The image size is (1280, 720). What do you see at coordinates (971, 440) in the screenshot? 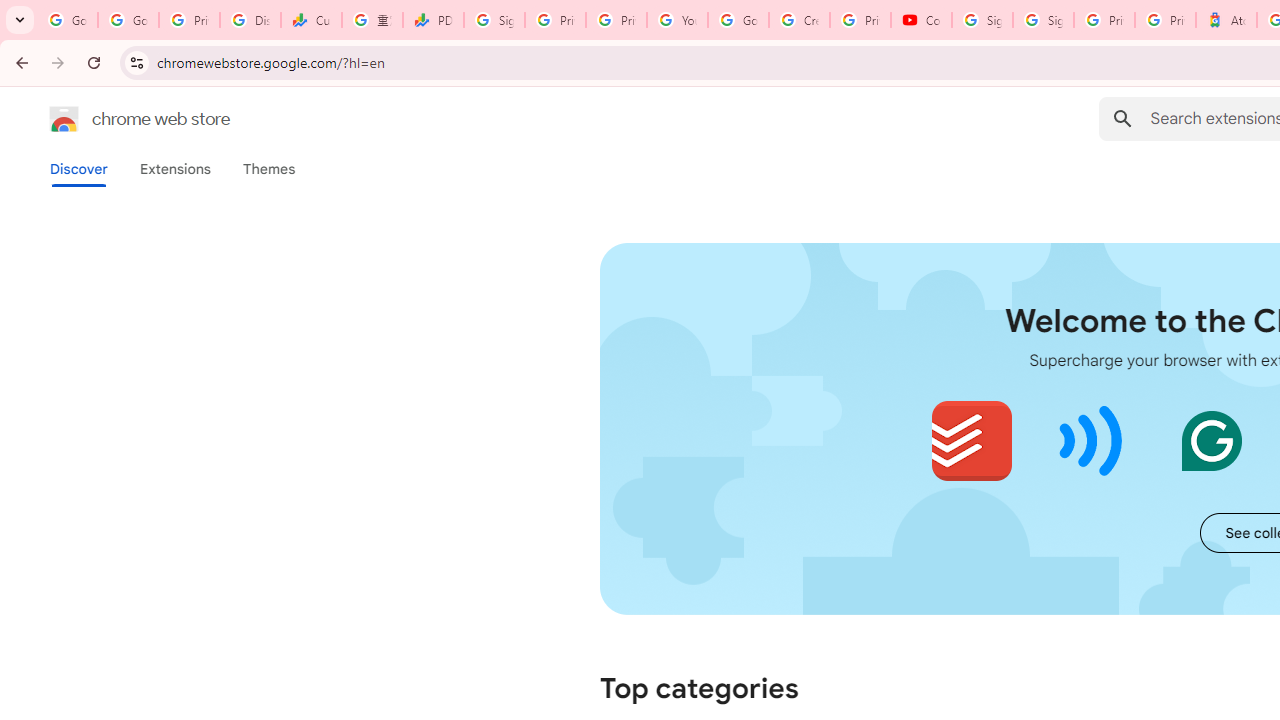
I see `'Todoist for Chrome'` at bounding box center [971, 440].